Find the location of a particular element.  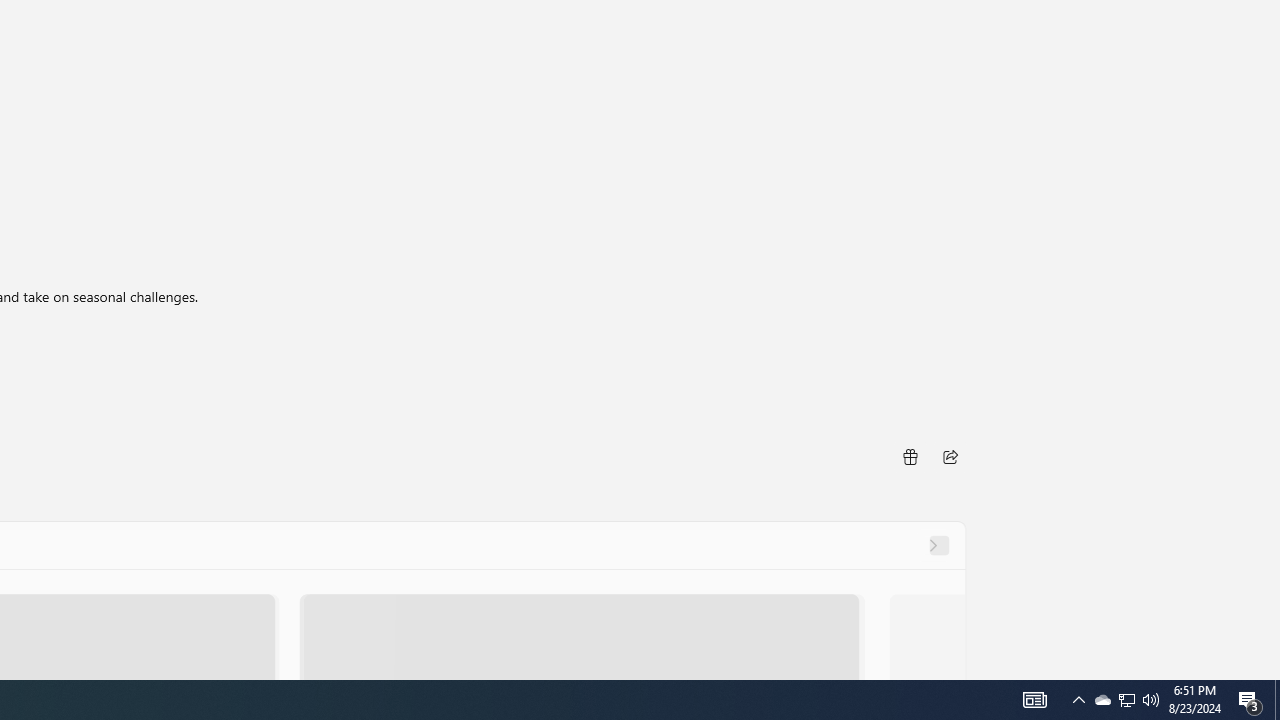

'Vertical Small Increase' is located at coordinates (1271, 672).